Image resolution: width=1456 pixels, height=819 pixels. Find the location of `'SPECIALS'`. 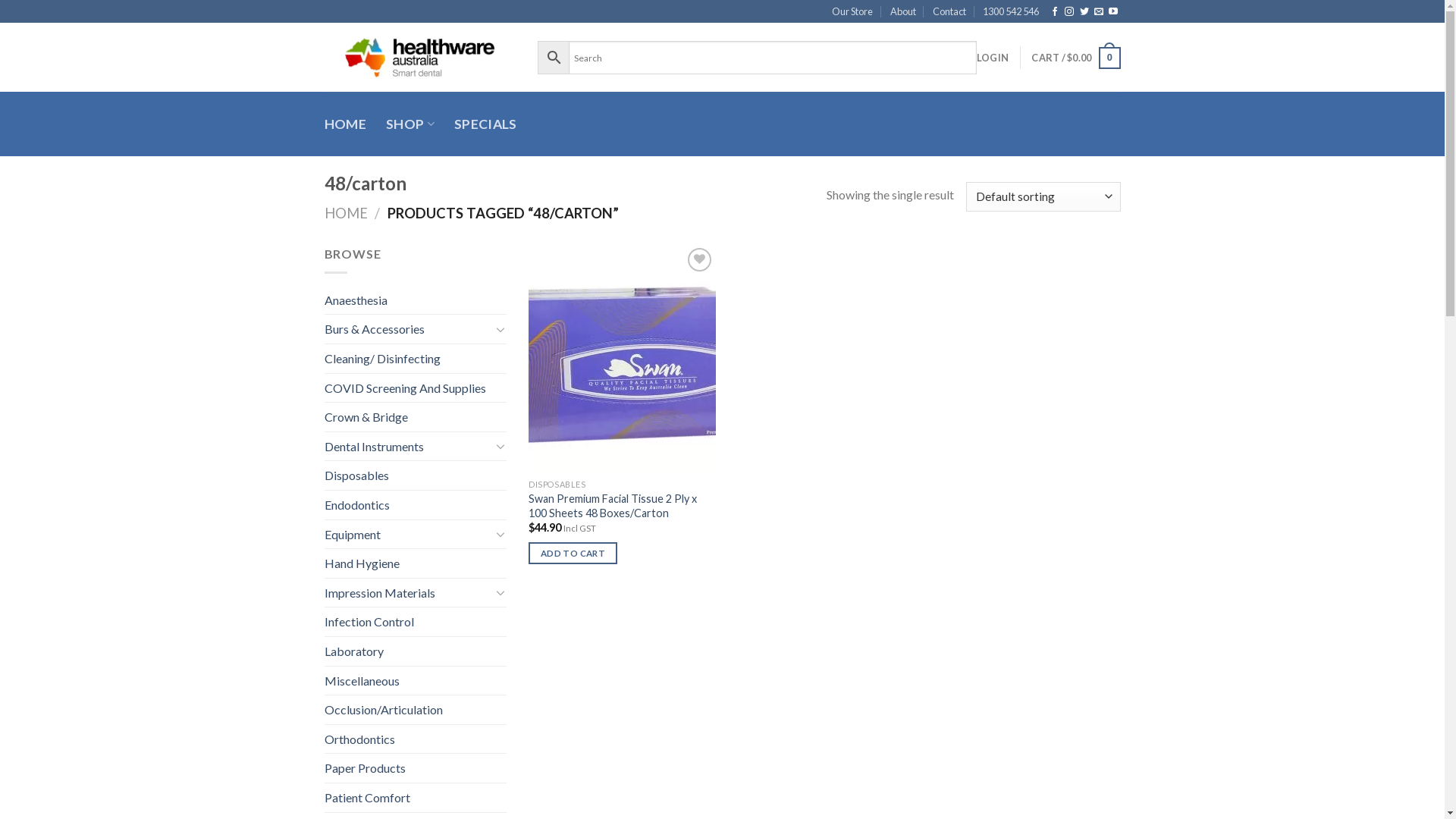

'SPECIALS' is located at coordinates (453, 124).